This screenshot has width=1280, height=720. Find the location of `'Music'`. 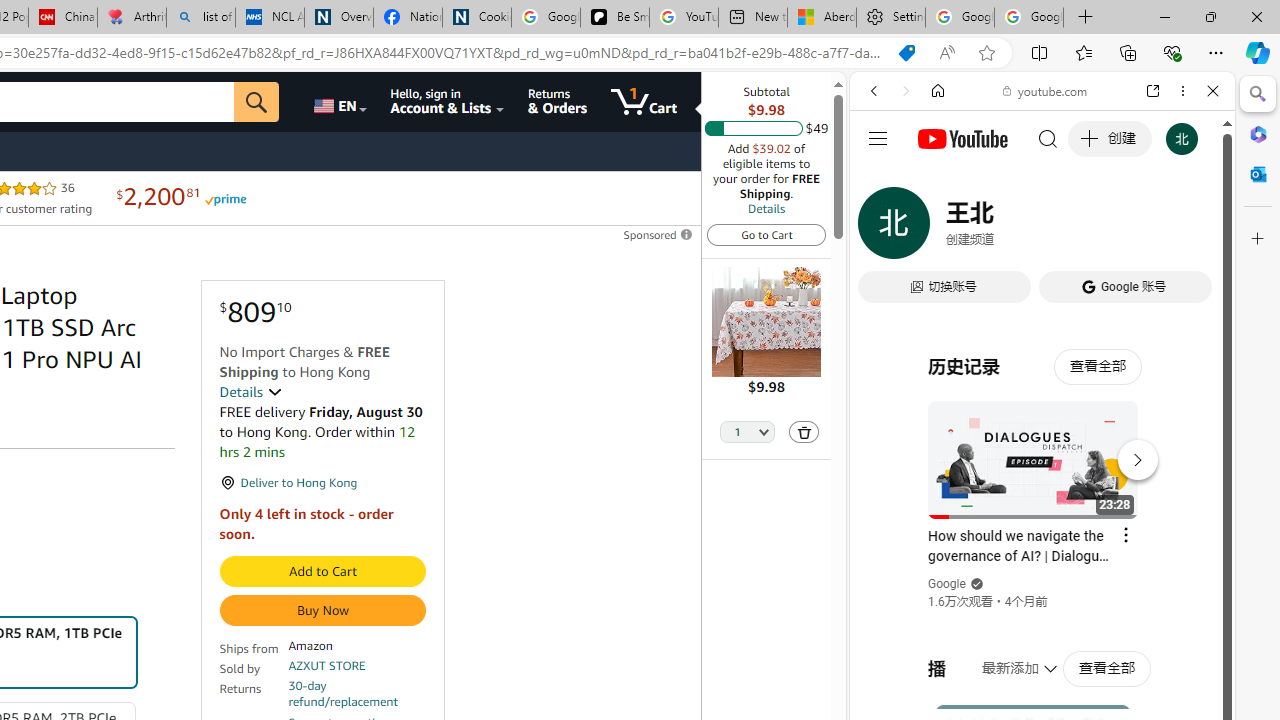

'Music' is located at coordinates (1041, 543).